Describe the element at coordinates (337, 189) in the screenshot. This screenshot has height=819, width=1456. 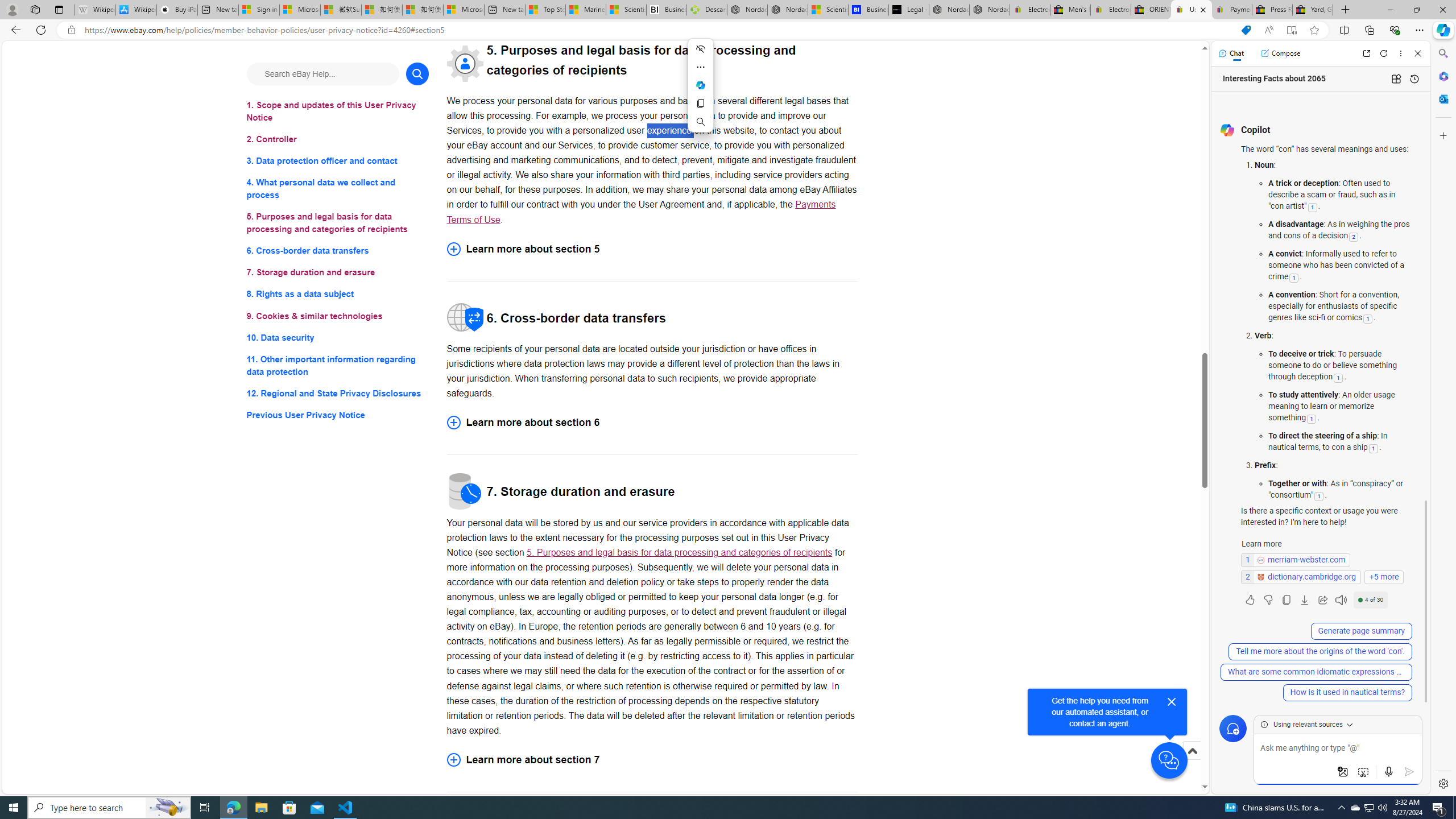
I see `'4. What personal data we collect and process'` at that location.